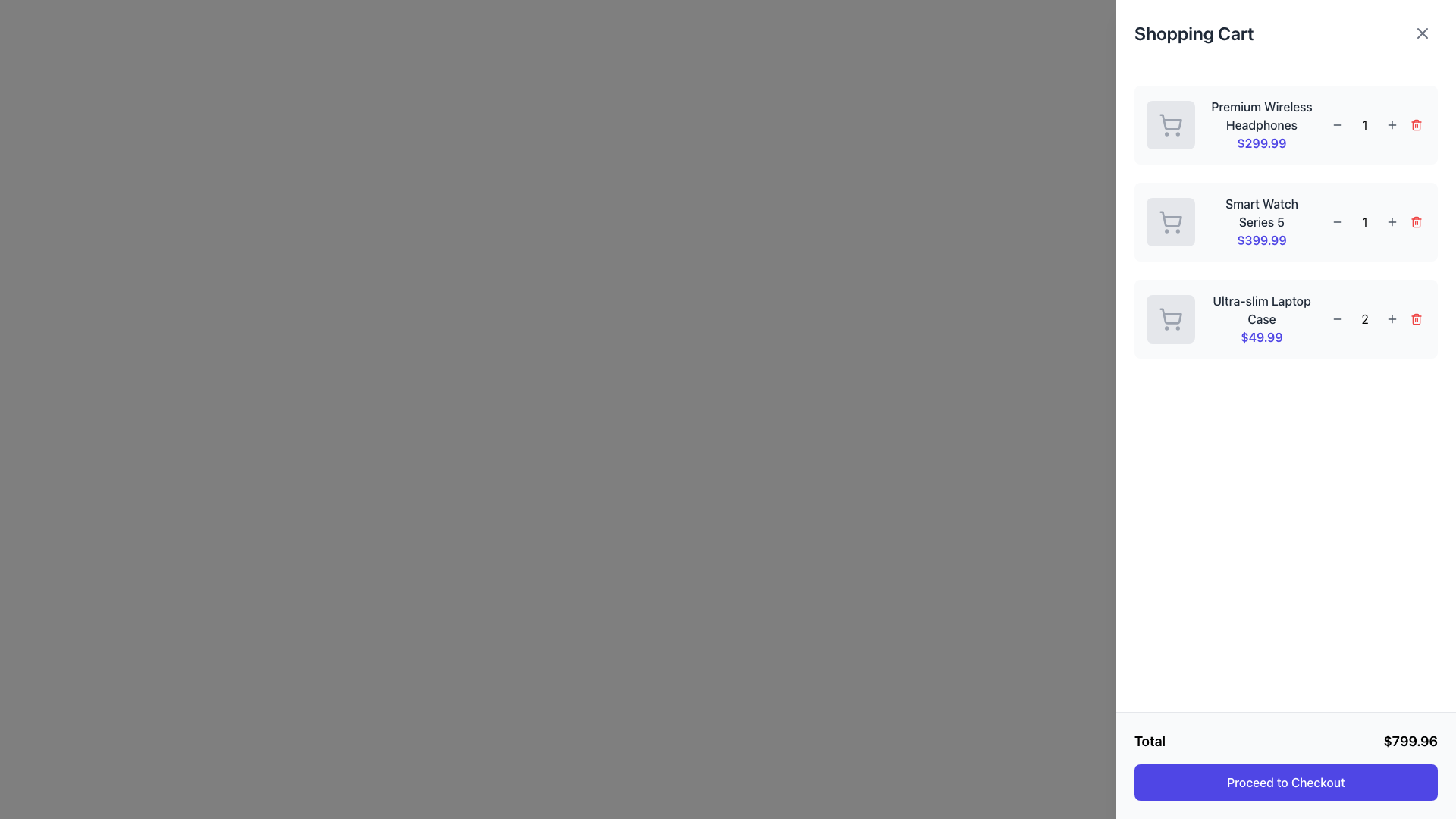 This screenshot has height=819, width=1456. I want to click on the text display element that shows the product name and price in the second product card of the shopping cart interface, so click(1262, 222).